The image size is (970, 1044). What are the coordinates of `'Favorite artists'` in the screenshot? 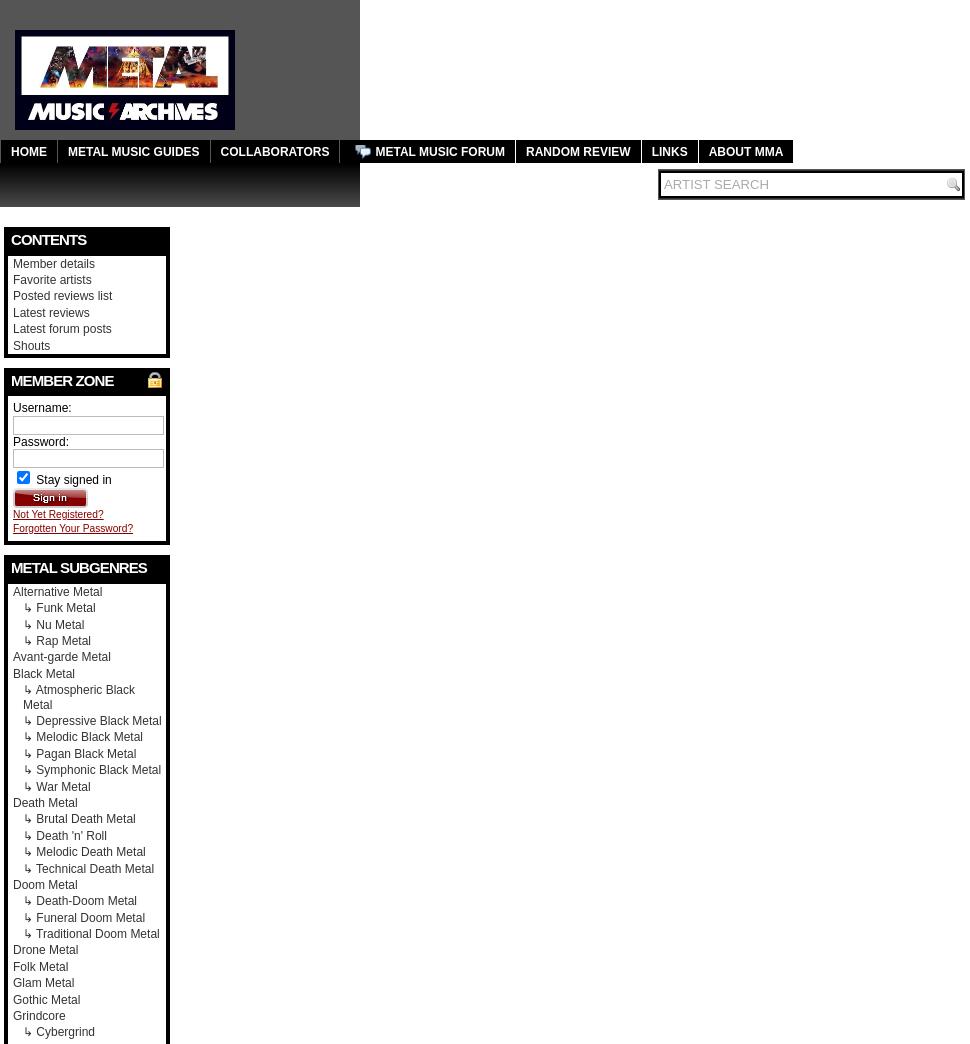 It's located at (50, 277).